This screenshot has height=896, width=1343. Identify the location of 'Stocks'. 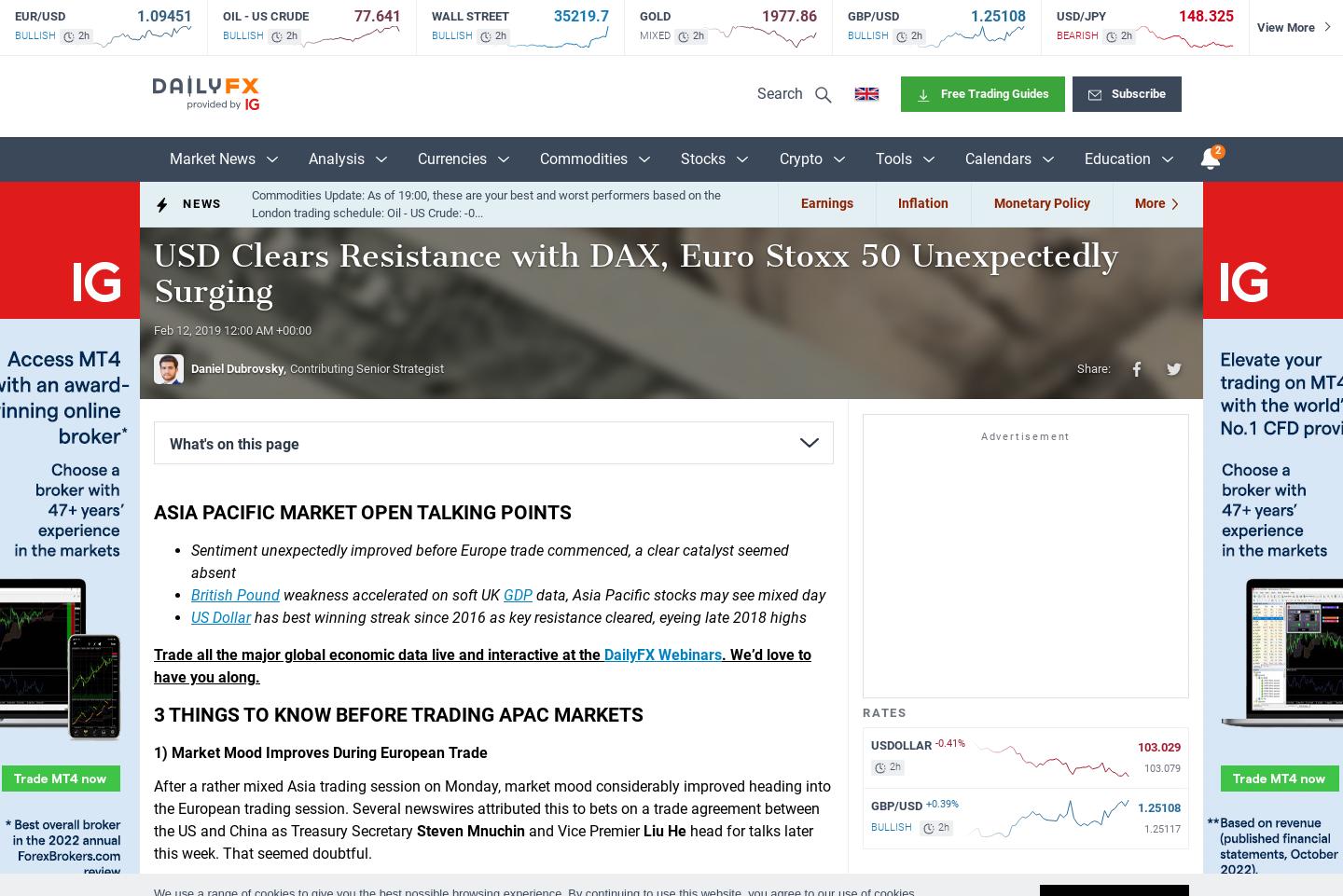
(679, 158).